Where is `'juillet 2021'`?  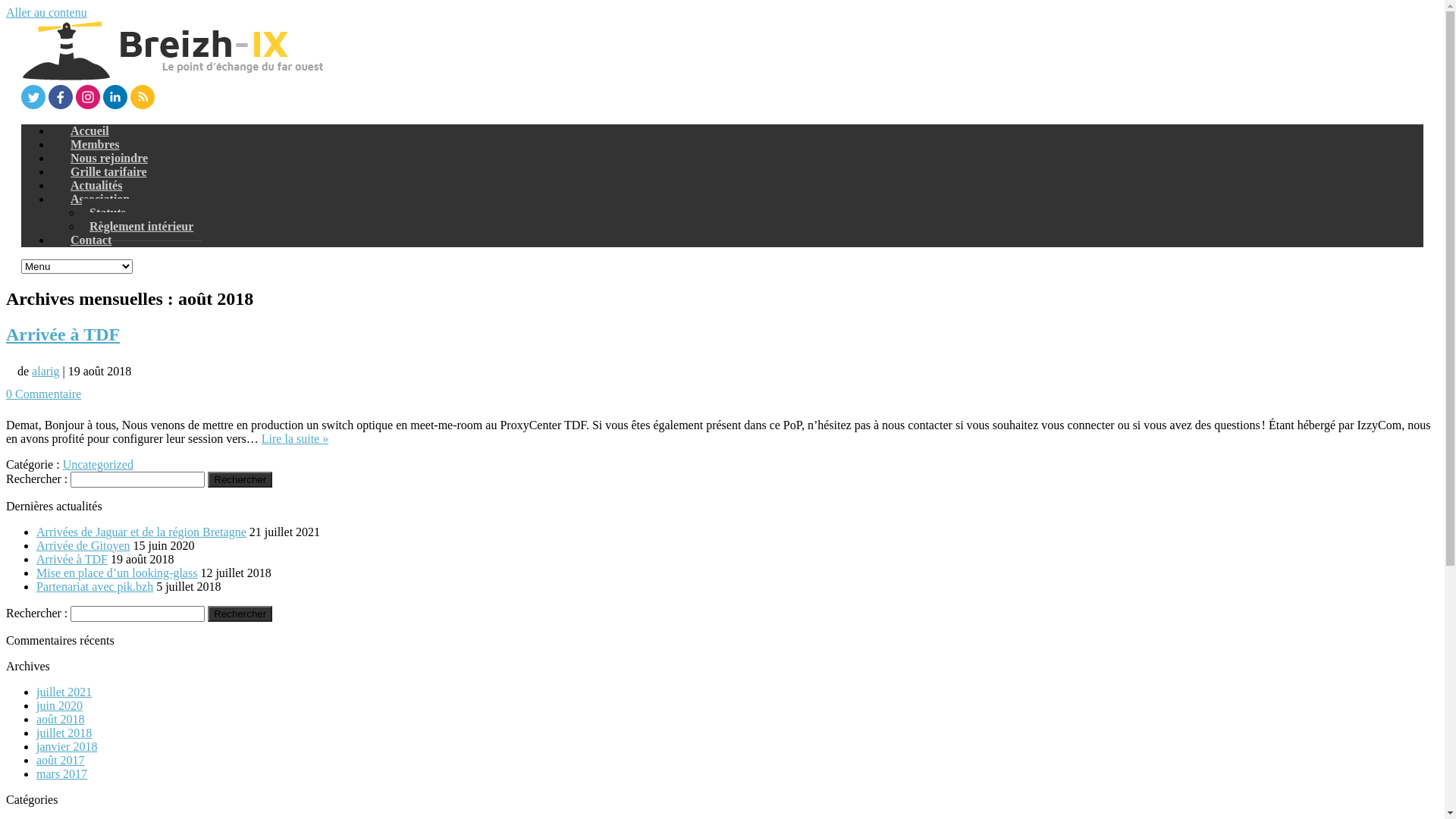
'juillet 2021' is located at coordinates (63, 692).